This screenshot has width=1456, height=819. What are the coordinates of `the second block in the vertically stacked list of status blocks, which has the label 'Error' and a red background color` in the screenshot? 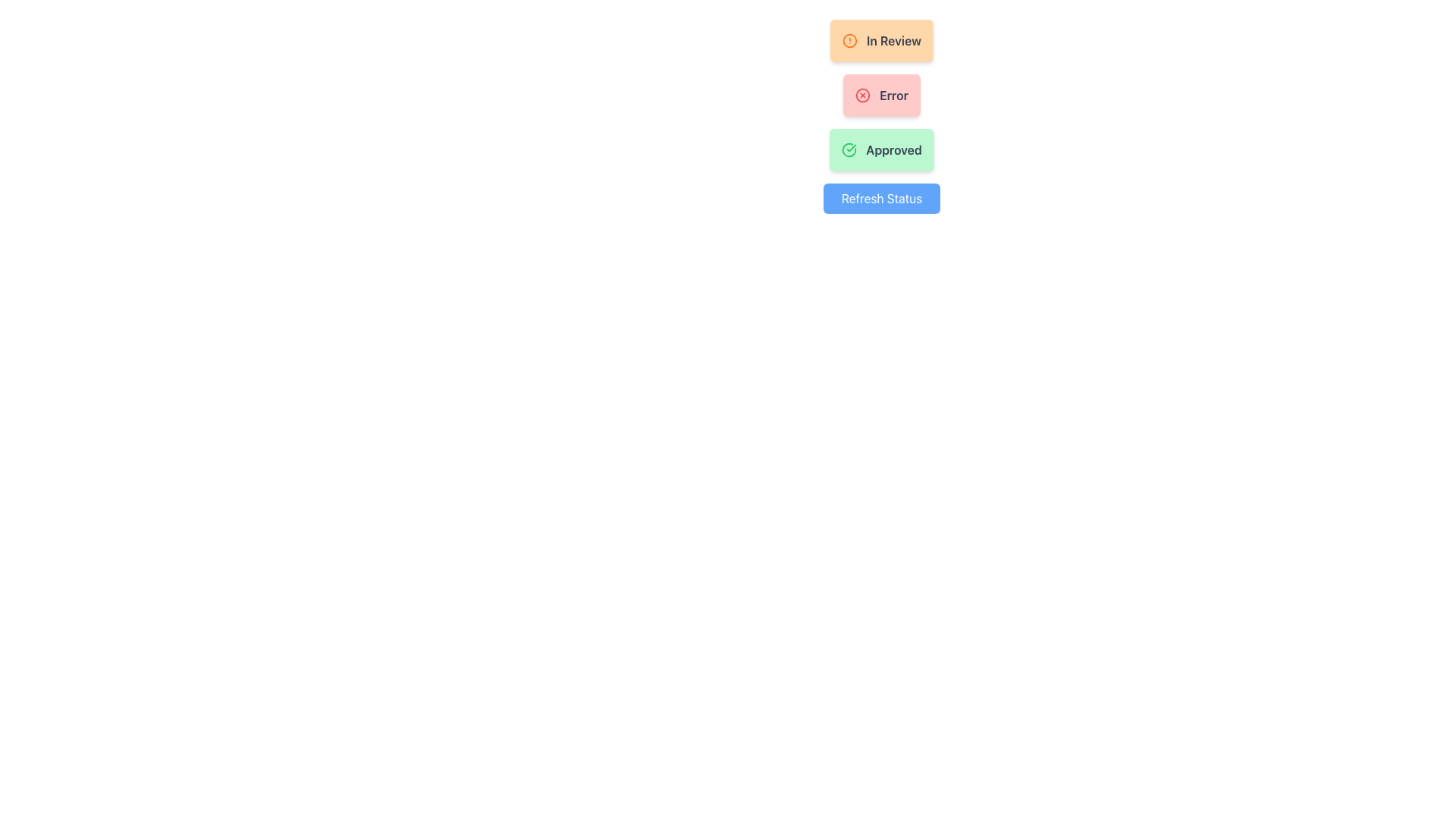 It's located at (881, 116).